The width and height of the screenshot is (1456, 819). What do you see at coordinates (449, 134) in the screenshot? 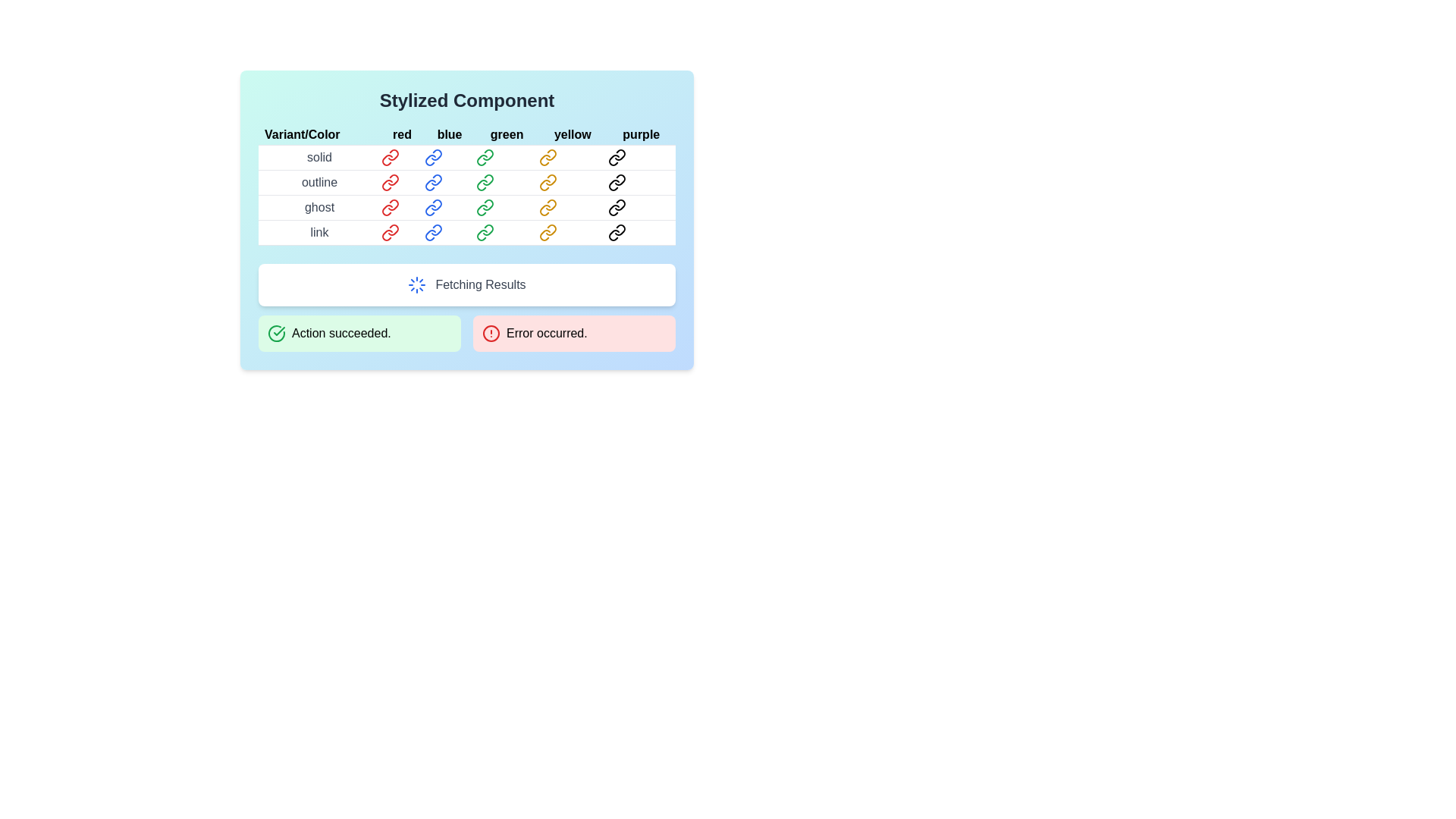
I see `the text label displaying the word 'blue', which is styled with a bold black font and located in the second column of the 'Variant/Color' row in the table layout` at bounding box center [449, 134].